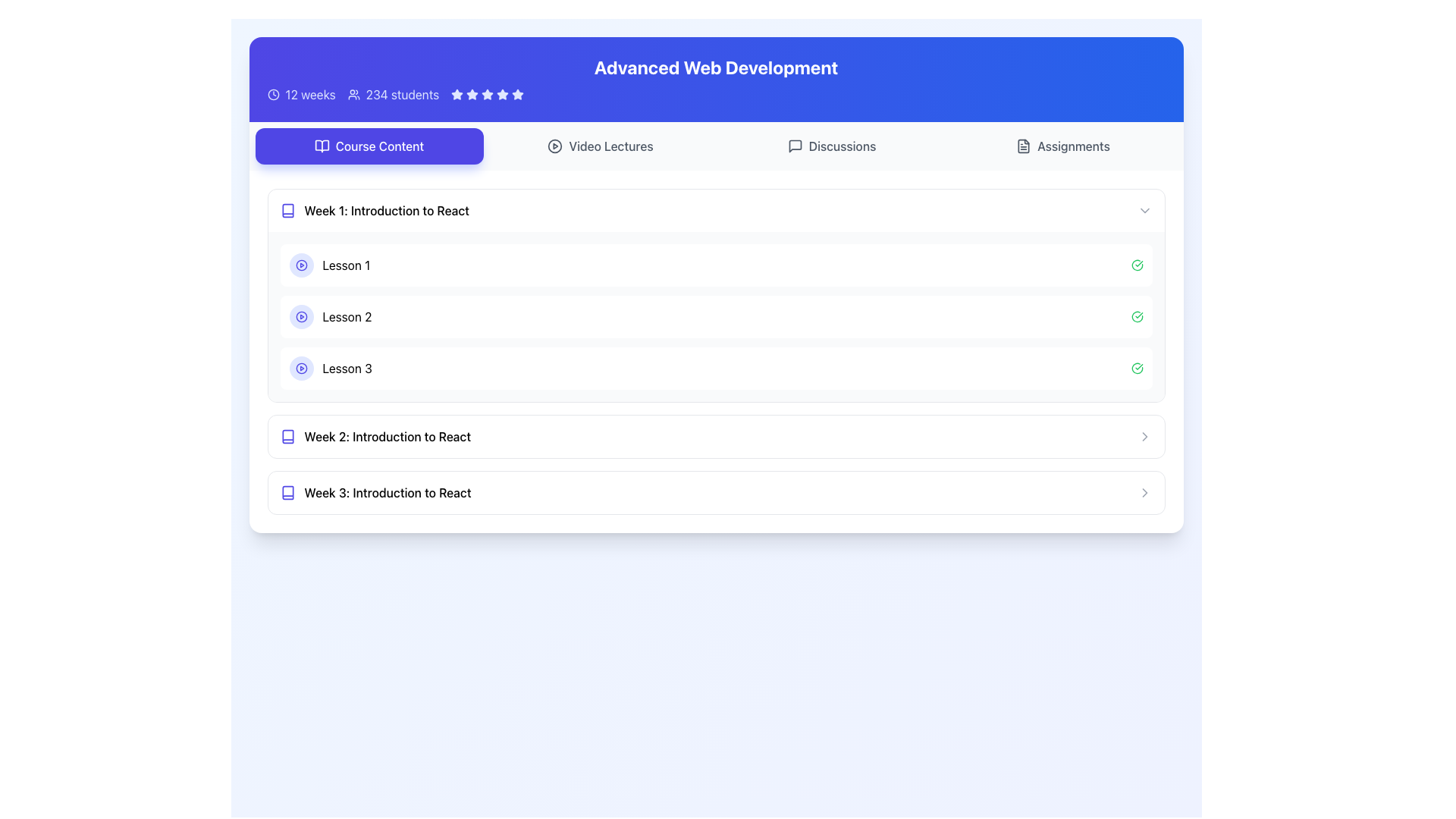 Image resolution: width=1456 pixels, height=819 pixels. What do you see at coordinates (330, 369) in the screenshot?
I see `the icon of the List item representing 'Lesson 3' under the 'Week 1' section to play the associated media` at bounding box center [330, 369].